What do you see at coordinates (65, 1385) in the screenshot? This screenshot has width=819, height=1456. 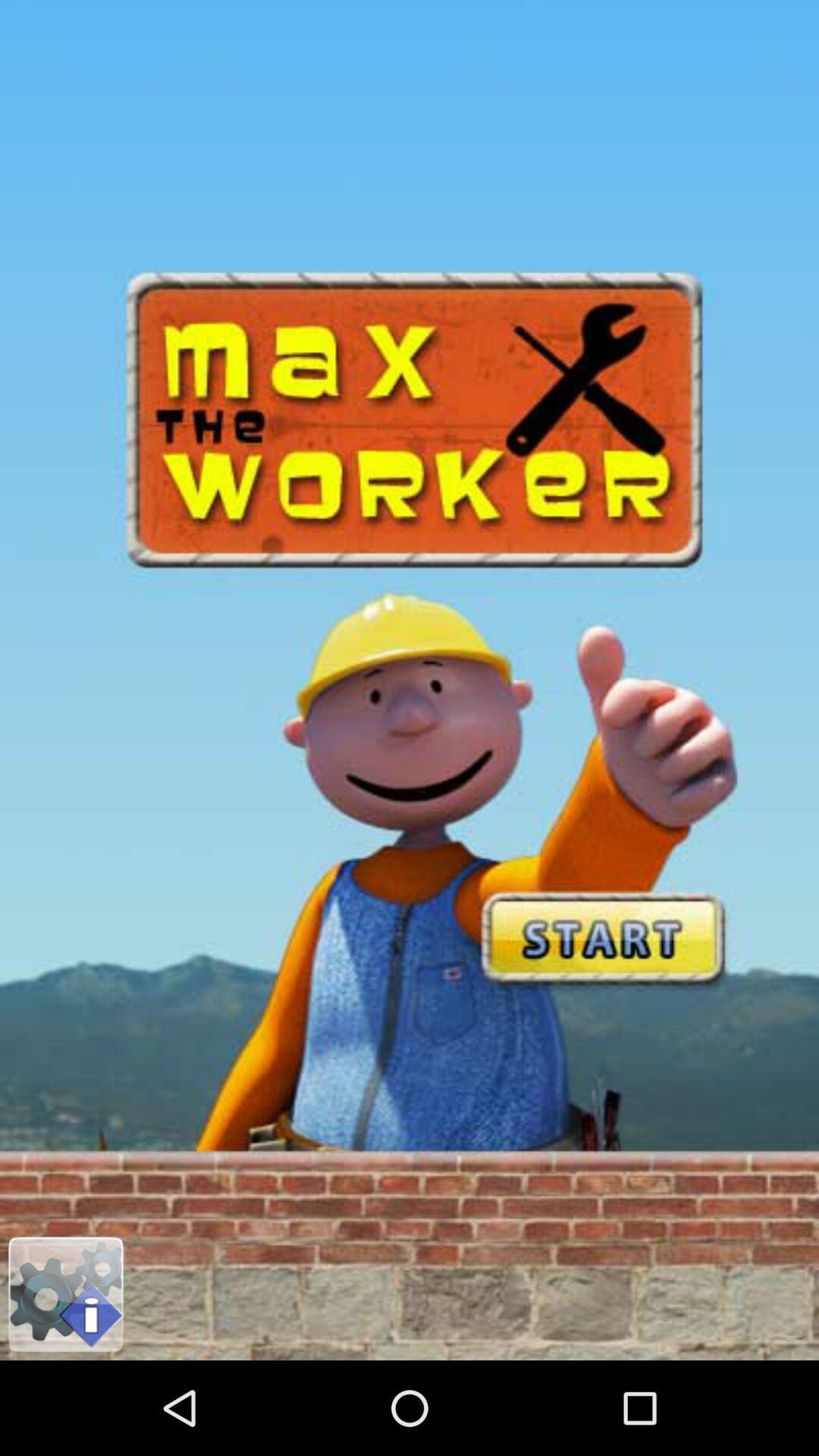 I see `the settings icon` at bounding box center [65, 1385].